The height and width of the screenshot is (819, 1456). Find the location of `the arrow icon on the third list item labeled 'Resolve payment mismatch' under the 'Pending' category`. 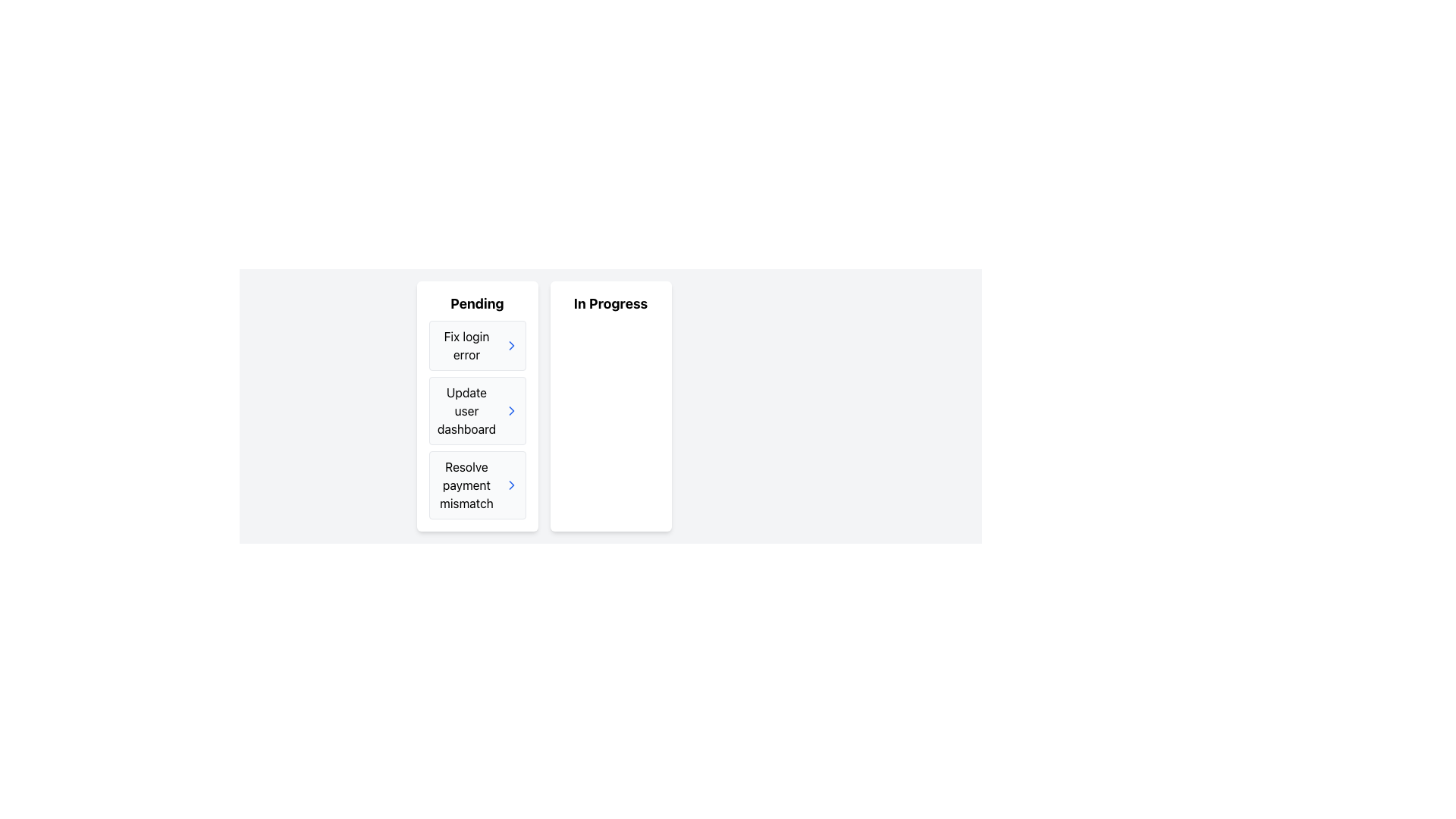

the arrow icon on the third list item labeled 'Resolve payment mismatch' under the 'Pending' category is located at coordinates (476, 485).